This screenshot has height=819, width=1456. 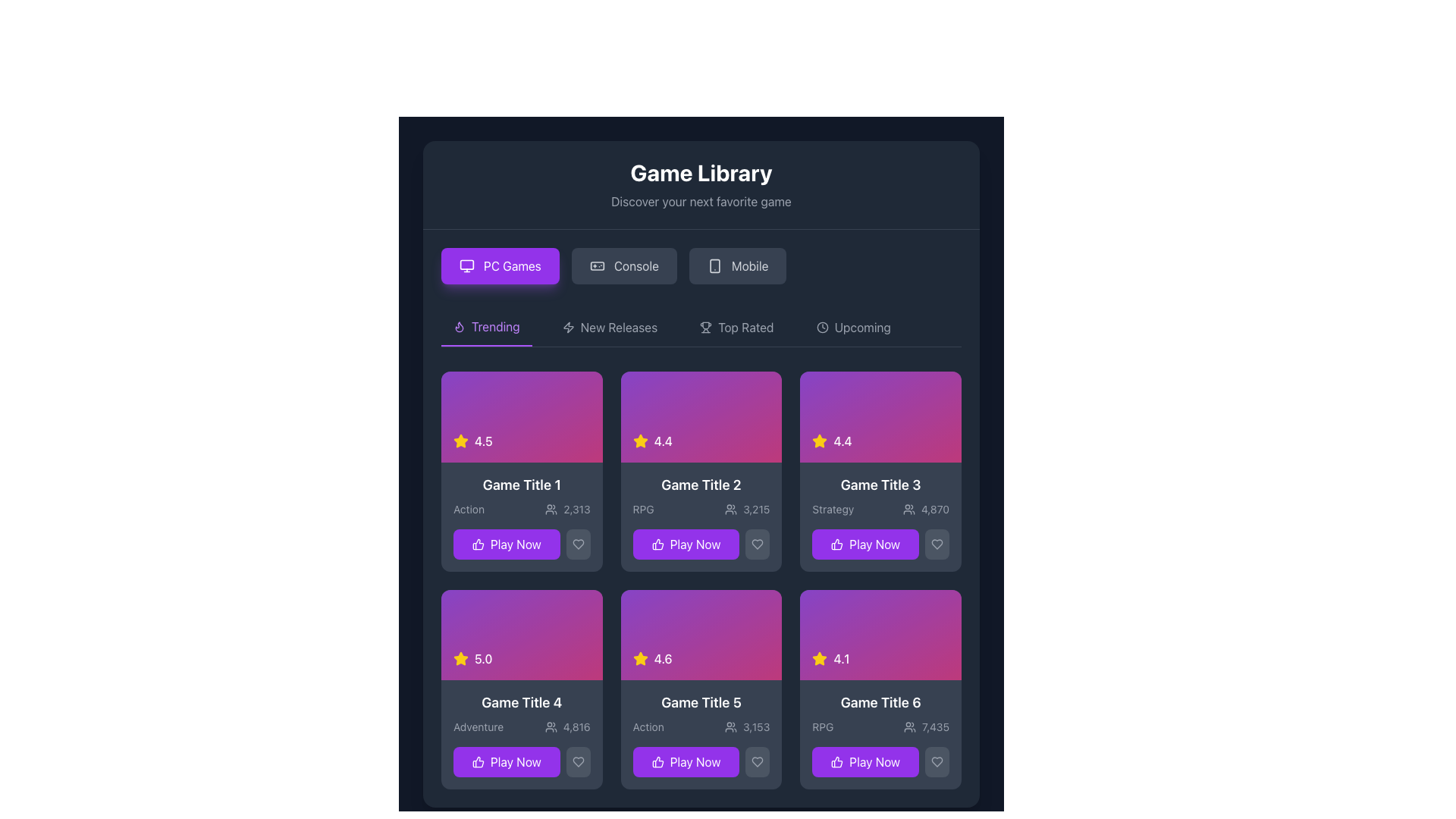 What do you see at coordinates (701, 184) in the screenshot?
I see `the Header section containing the text 'Game Library' and the subtitle 'Discover your next favorite game', which is styled with a large, bold, white font on a dark blue background` at bounding box center [701, 184].